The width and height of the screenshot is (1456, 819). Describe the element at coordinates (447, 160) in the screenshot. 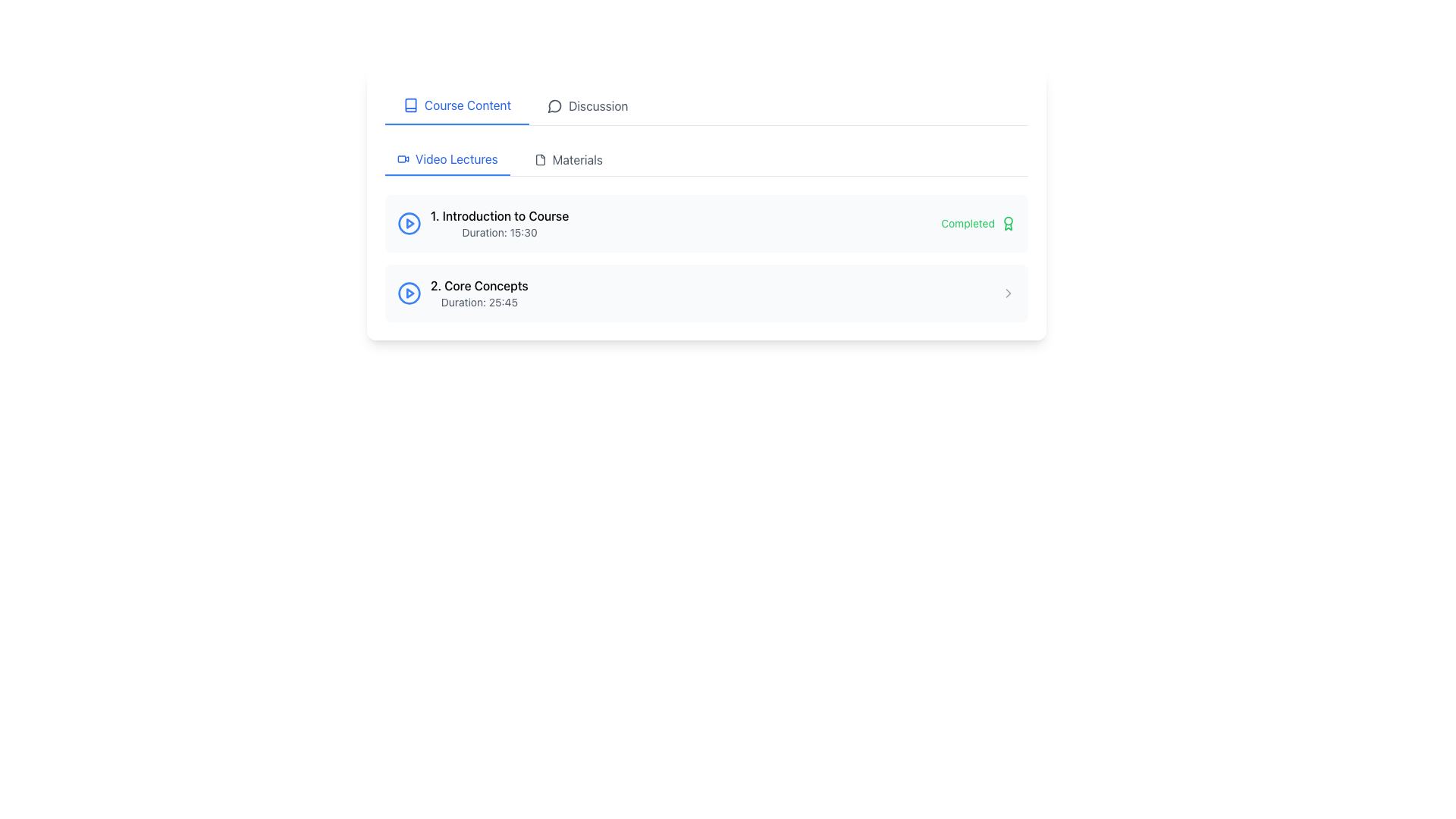

I see `the 'Video Lectures' tab-like button, which is the first tab in the navigation bar` at that location.